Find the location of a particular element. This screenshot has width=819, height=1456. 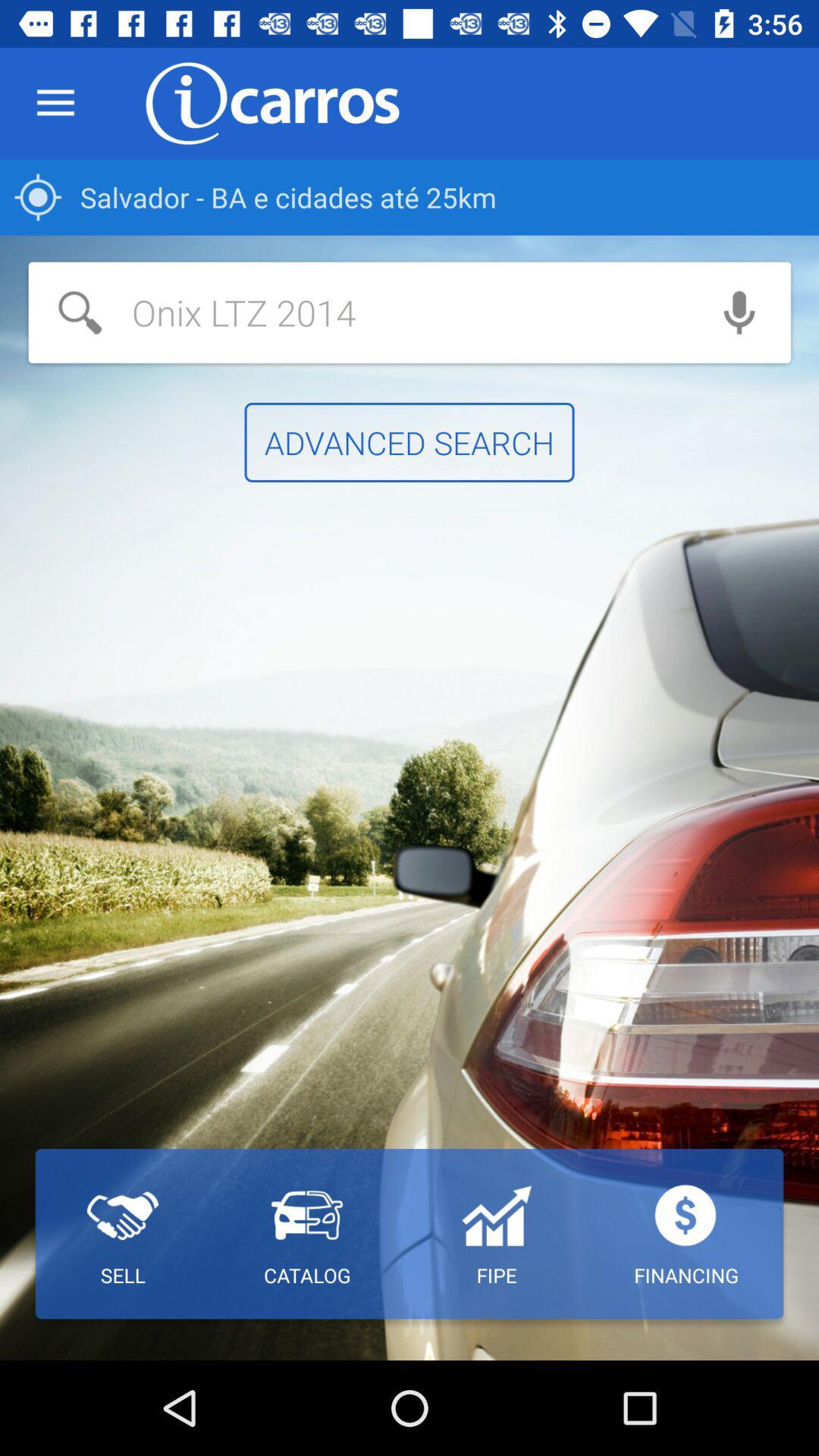

the item next to the sell is located at coordinates (307, 1234).